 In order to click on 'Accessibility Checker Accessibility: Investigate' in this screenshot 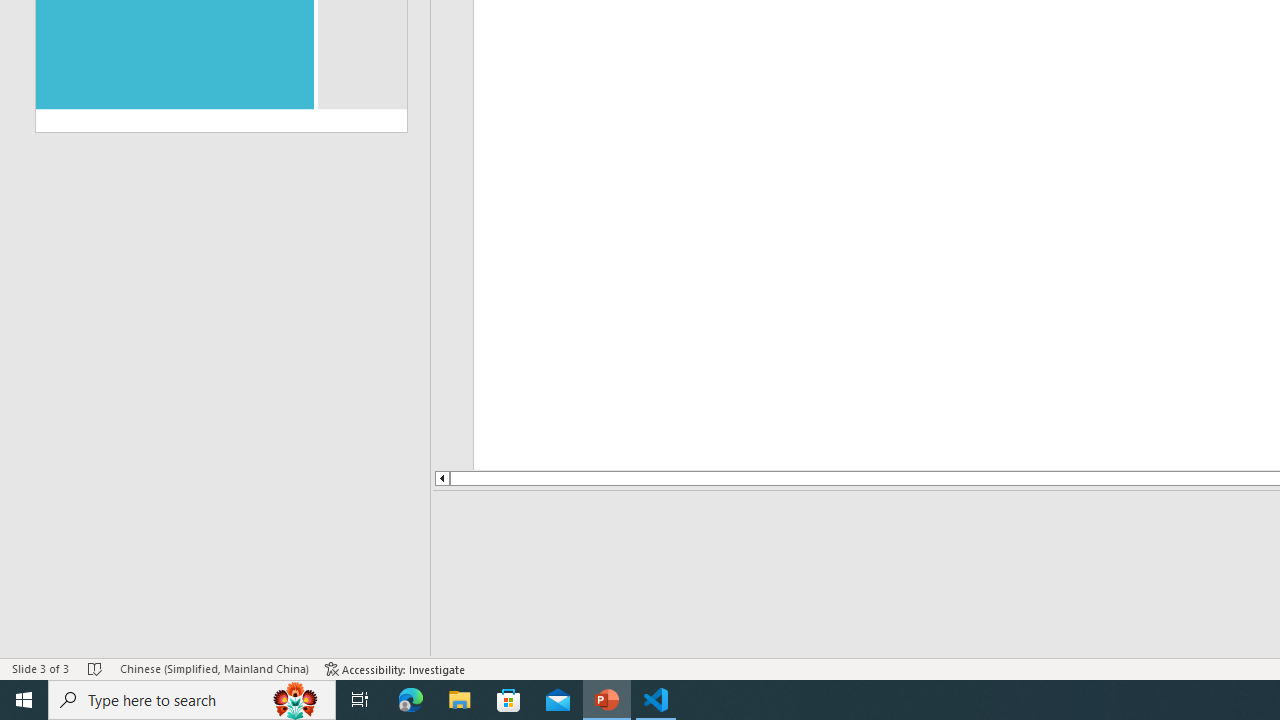, I will do `click(395, 669)`.